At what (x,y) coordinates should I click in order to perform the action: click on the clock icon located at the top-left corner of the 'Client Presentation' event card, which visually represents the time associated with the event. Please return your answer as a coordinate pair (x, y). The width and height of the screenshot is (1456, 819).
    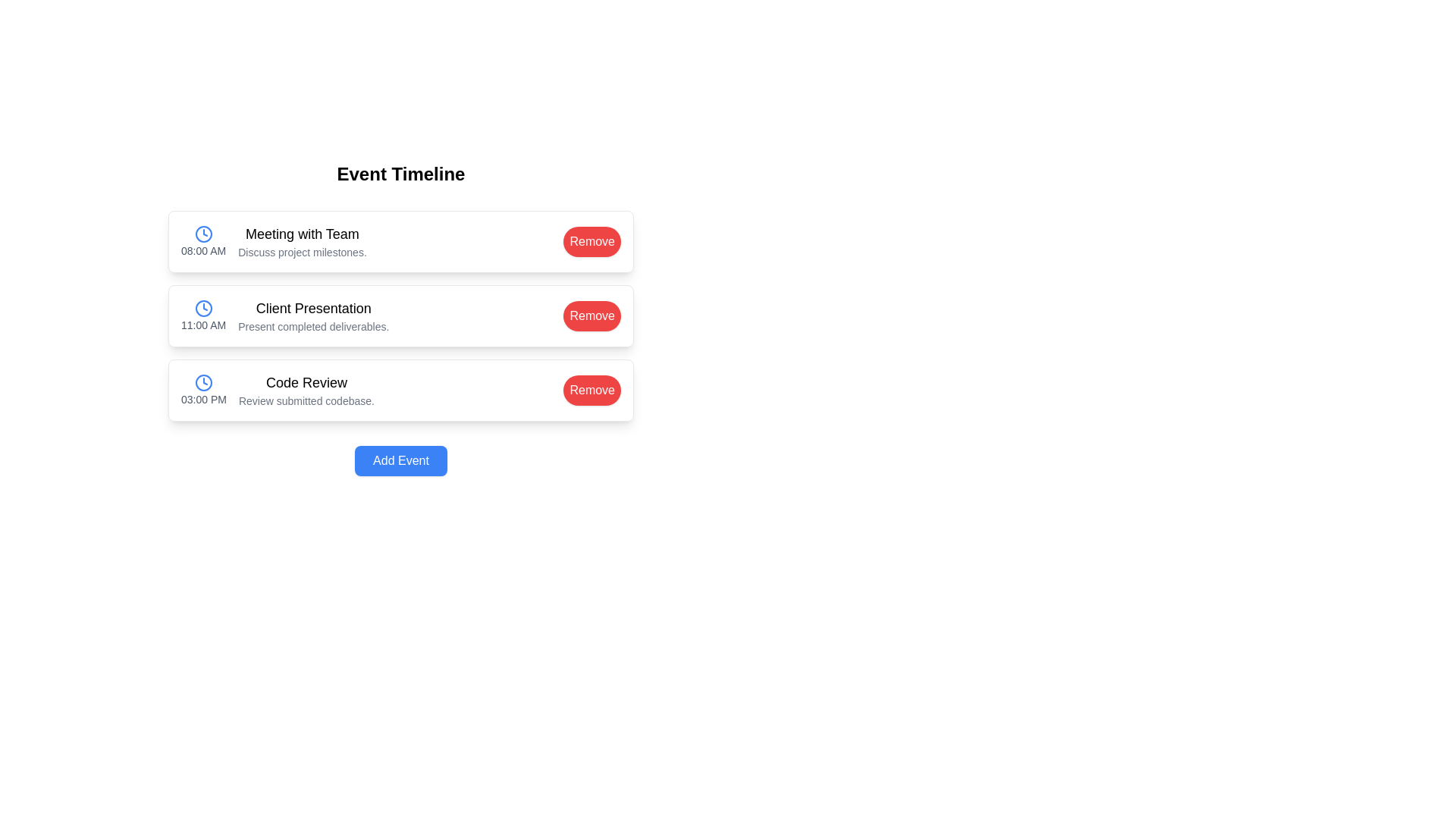
    Looking at the image, I should click on (202, 308).